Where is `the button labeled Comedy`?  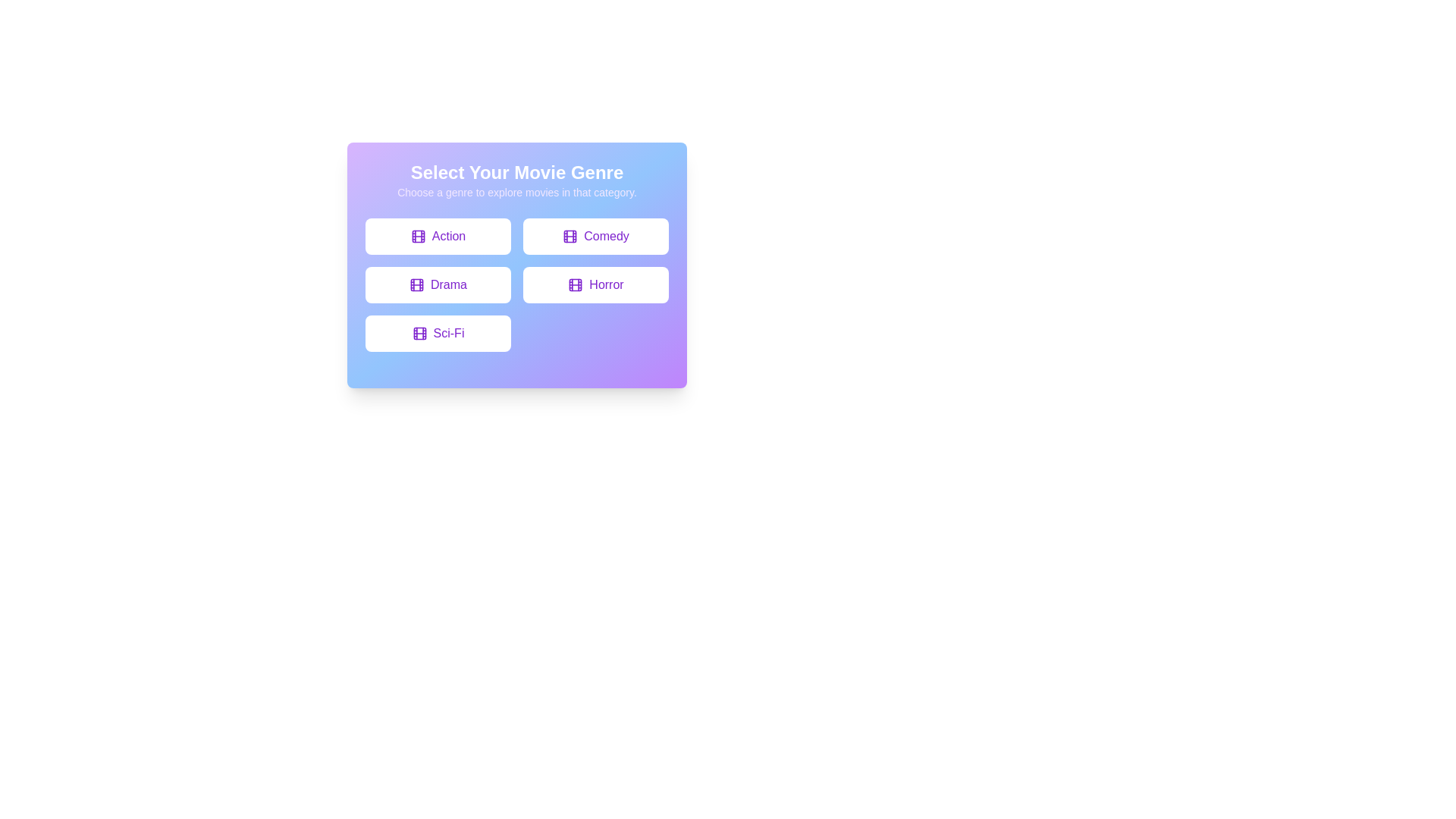 the button labeled Comedy is located at coordinates (595, 237).